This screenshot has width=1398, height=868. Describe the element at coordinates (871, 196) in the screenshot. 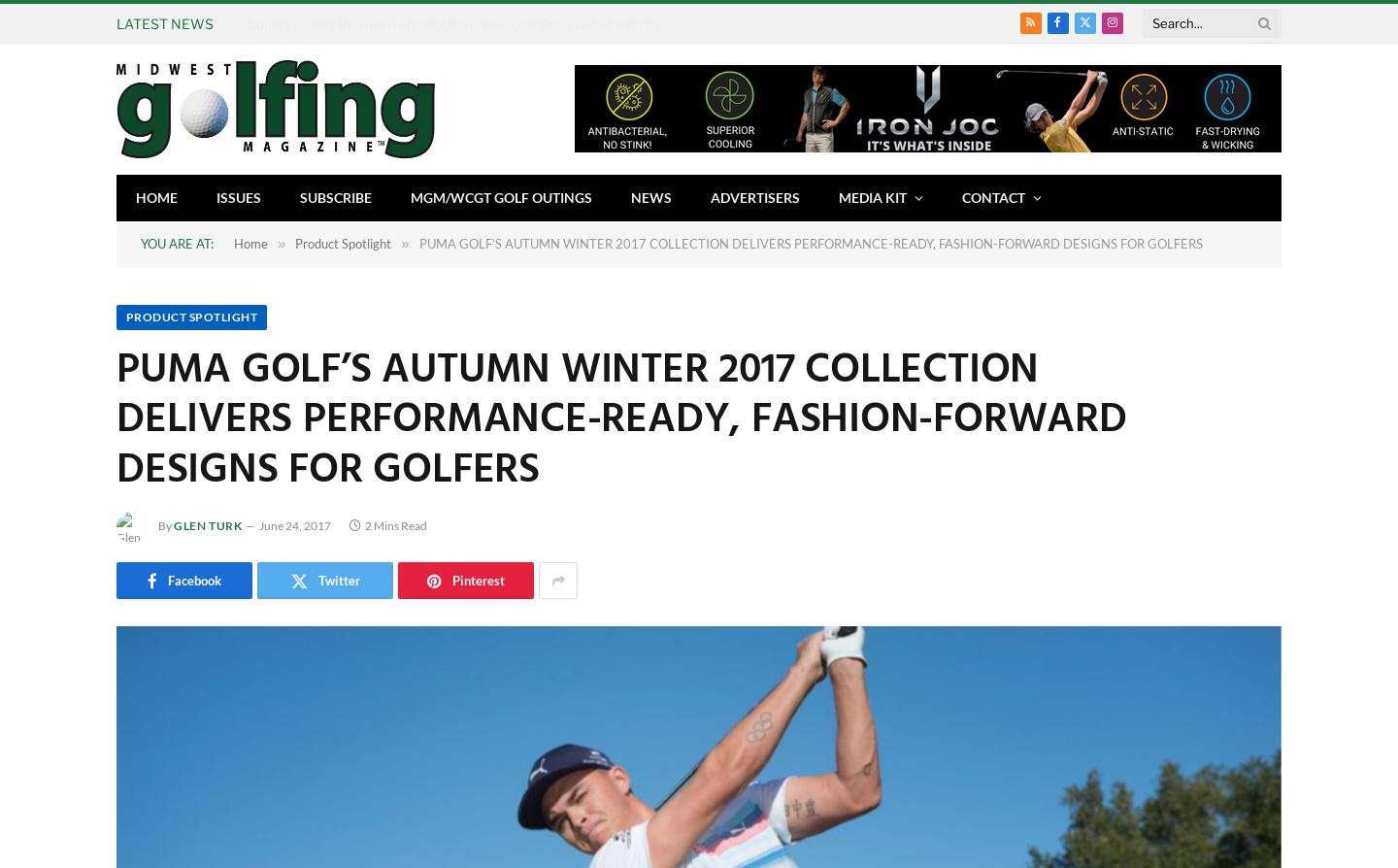

I see `'Media Kit'` at that location.